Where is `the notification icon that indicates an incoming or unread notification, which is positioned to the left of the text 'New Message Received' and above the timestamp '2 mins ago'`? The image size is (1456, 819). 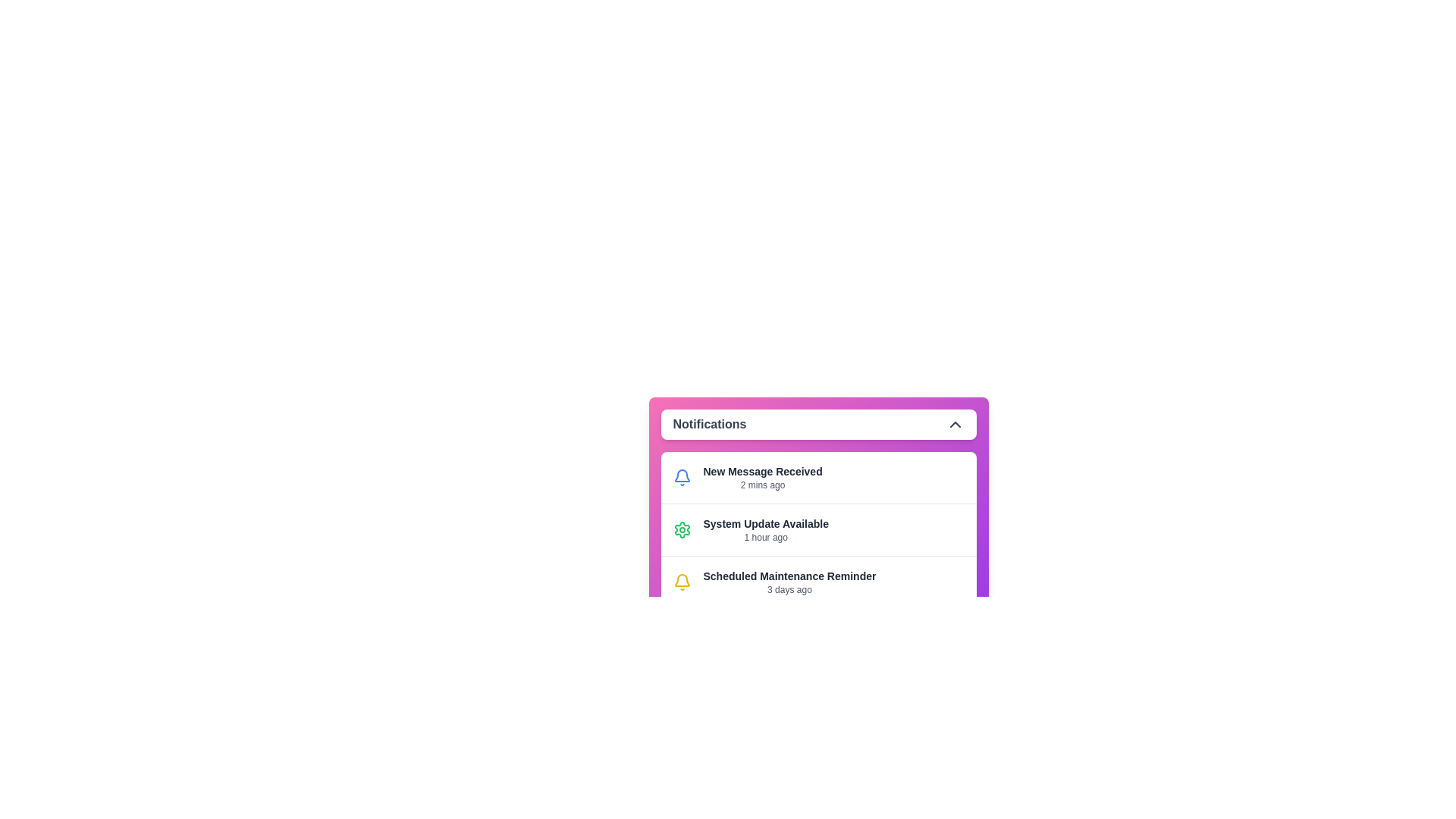 the notification icon that indicates an incoming or unread notification, which is positioned to the left of the text 'New Message Received' and above the timestamp '2 mins ago' is located at coordinates (681, 476).